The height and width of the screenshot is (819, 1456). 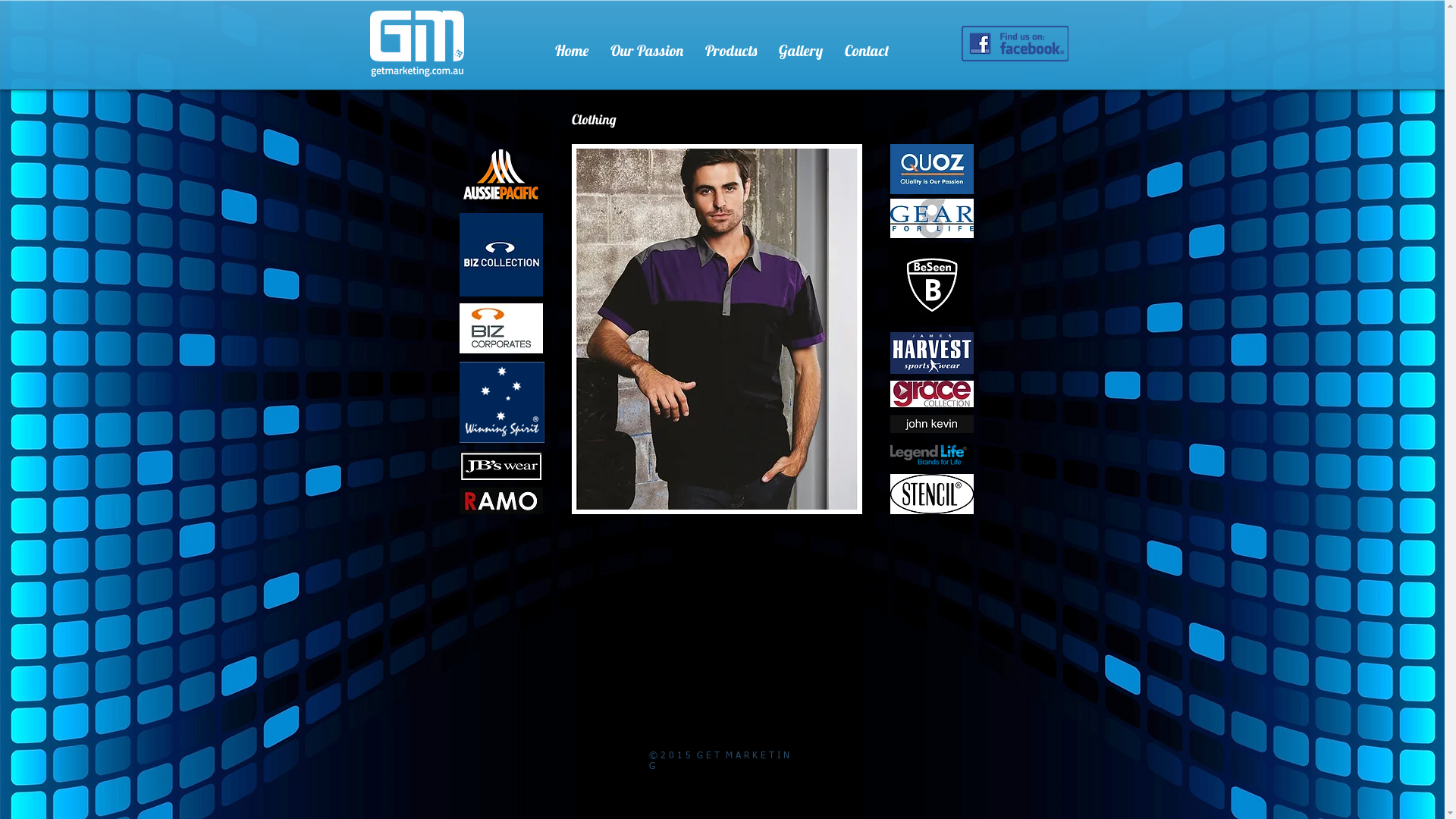 I want to click on 'Gallery', so click(x=799, y=42).